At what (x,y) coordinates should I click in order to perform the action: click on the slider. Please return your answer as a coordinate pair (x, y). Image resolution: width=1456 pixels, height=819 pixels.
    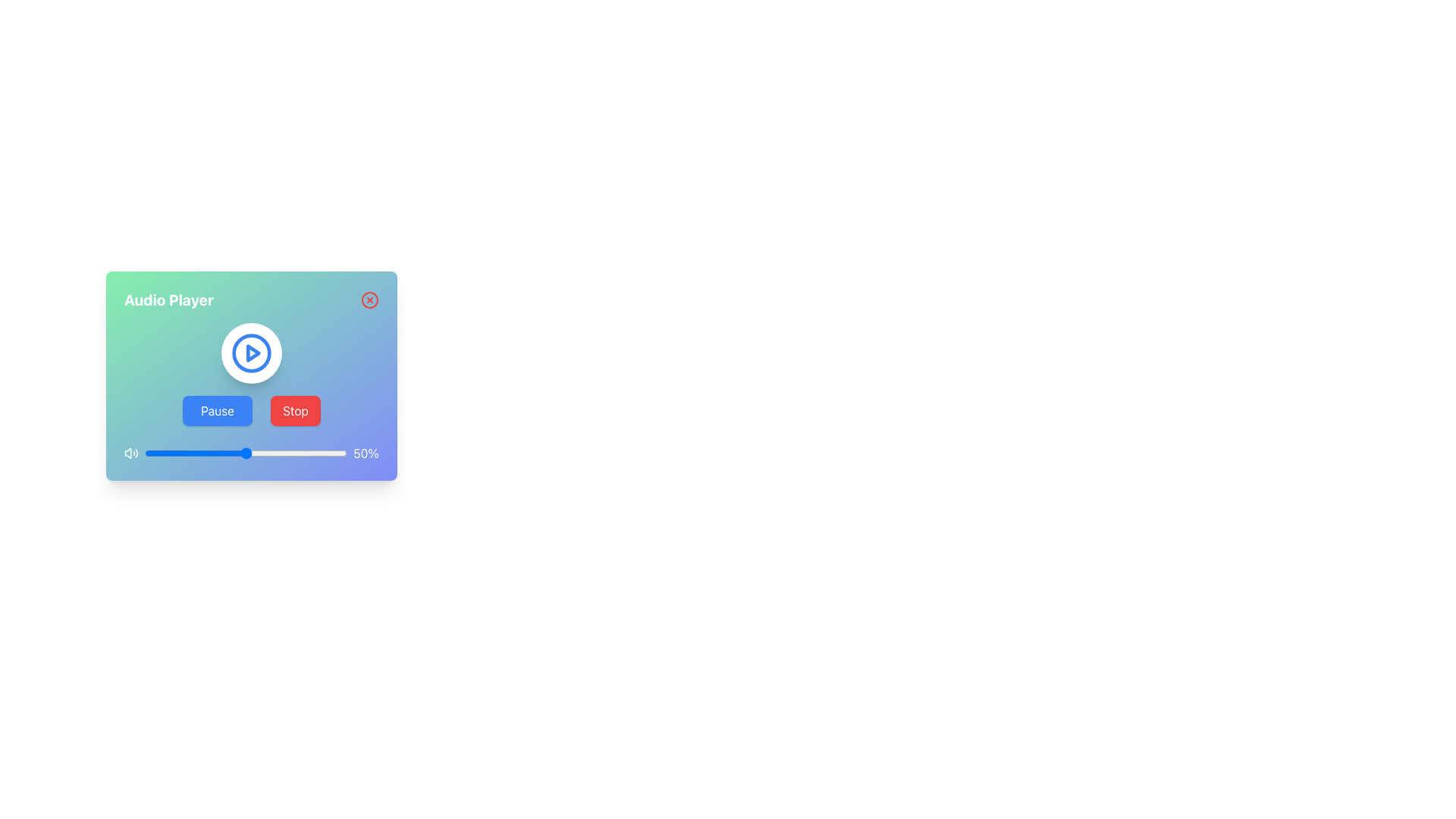
    Looking at the image, I should click on (158, 452).